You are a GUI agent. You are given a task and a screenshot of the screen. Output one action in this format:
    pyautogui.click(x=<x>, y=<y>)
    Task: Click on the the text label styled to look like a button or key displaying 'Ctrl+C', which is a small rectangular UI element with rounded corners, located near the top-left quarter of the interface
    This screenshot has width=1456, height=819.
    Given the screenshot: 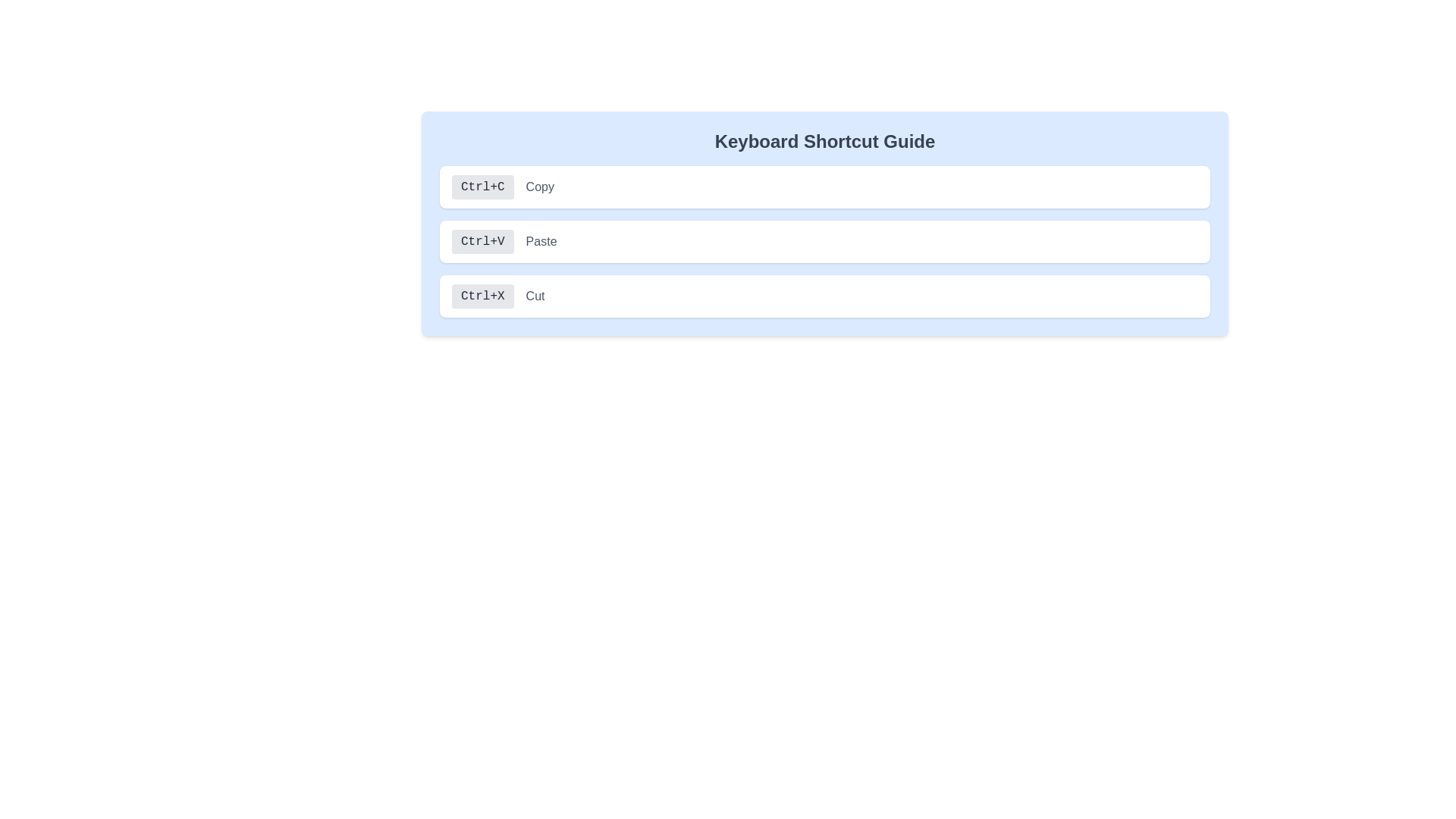 What is the action you would take?
    pyautogui.click(x=482, y=186)
    